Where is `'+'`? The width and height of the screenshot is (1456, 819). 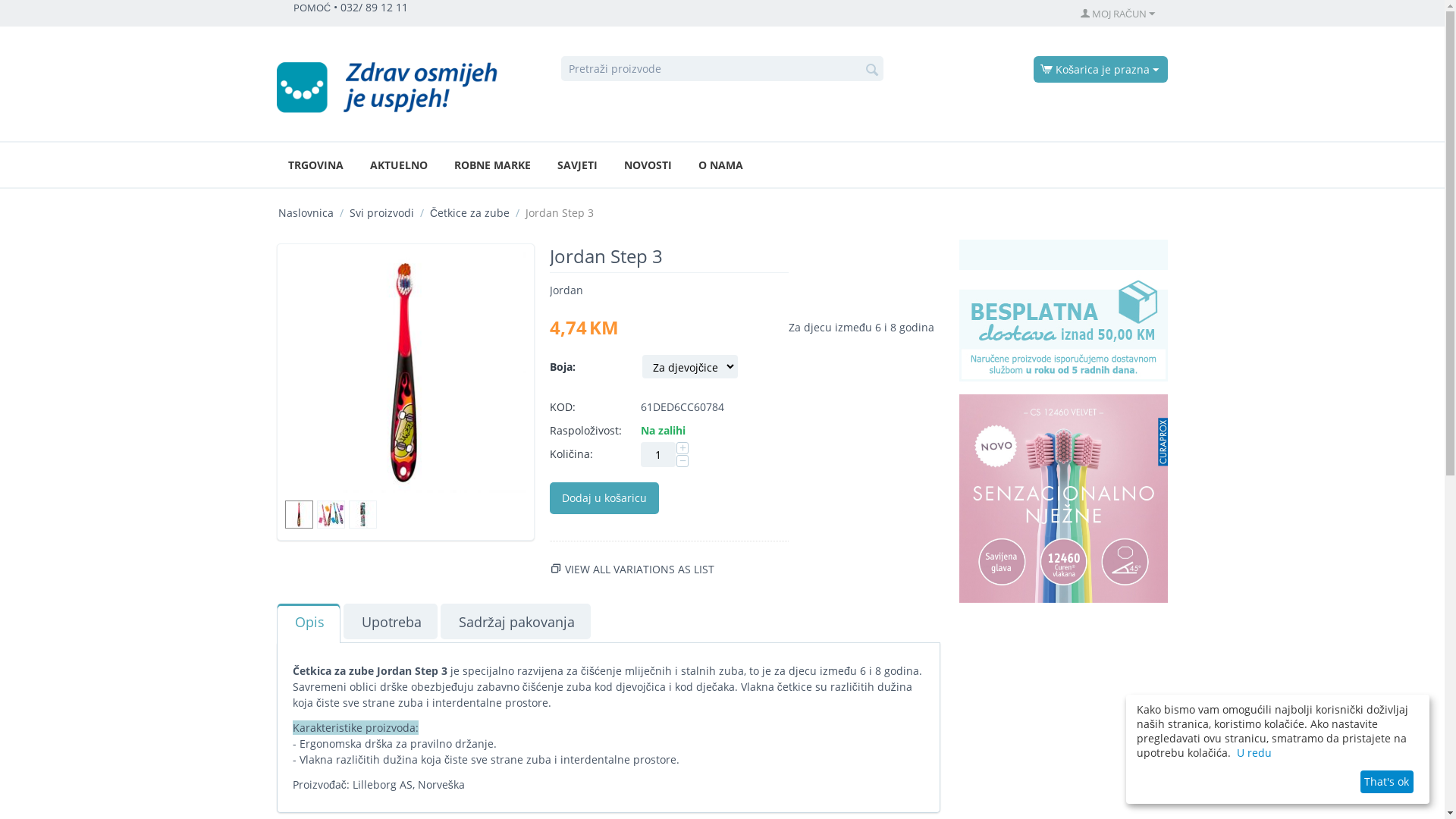 '+' is located at coordinates (682, 447).